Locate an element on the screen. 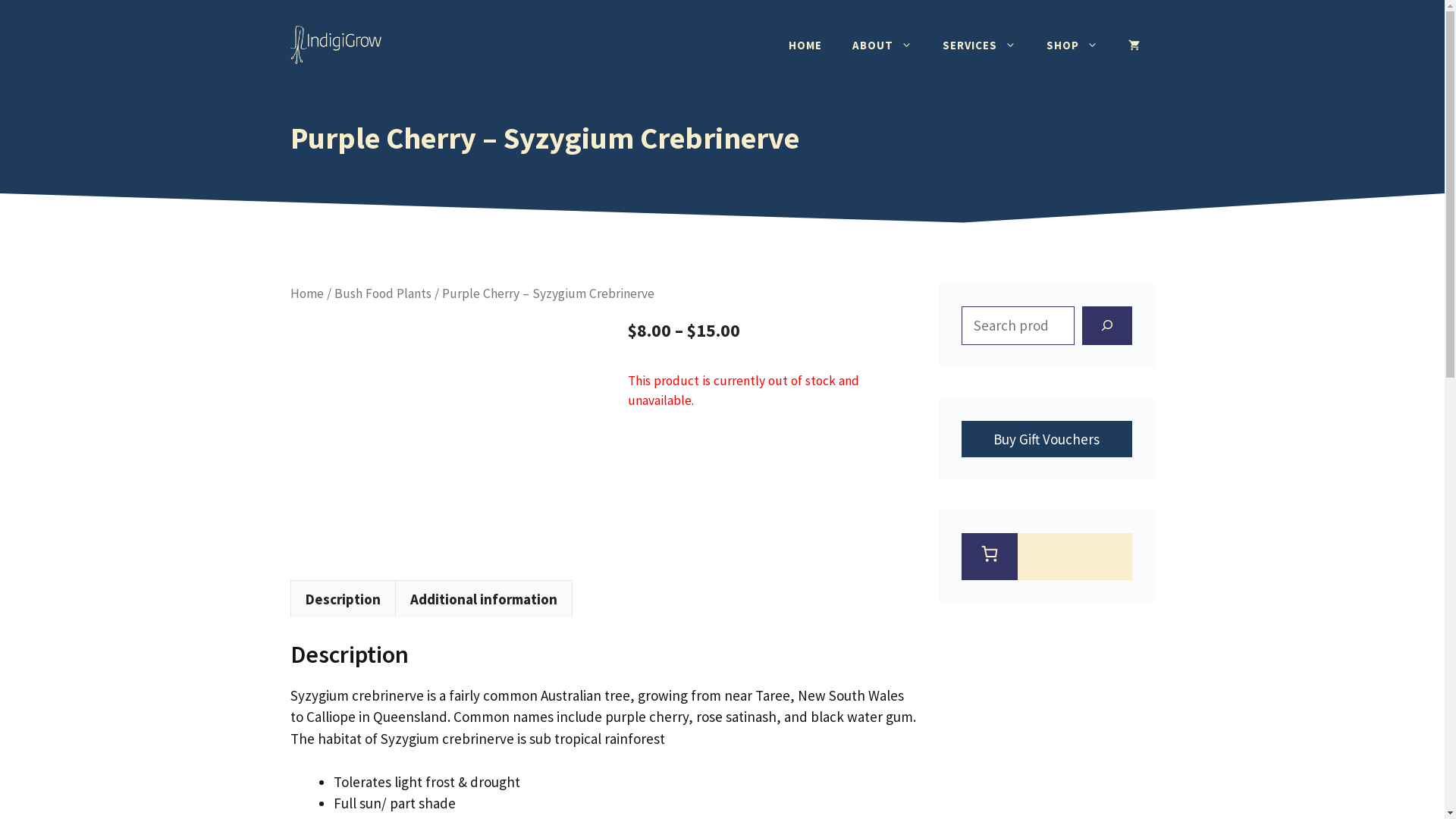 Image resolution: width=1456 pixels, height=819 pixels. 'HOME' is located at coordinates (804, 45).